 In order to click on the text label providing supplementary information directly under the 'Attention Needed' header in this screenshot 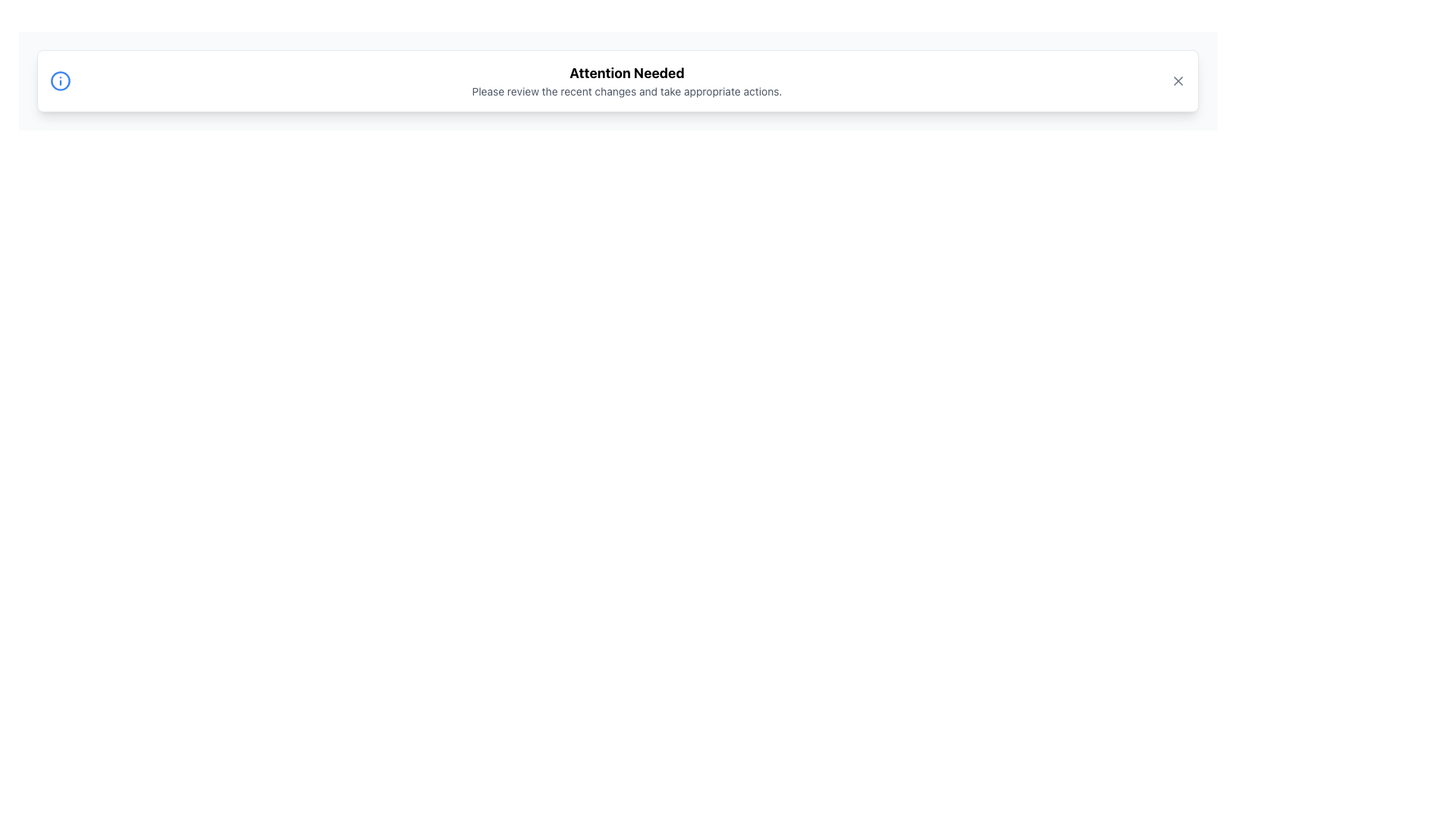, I will do `click(626, 91)`.